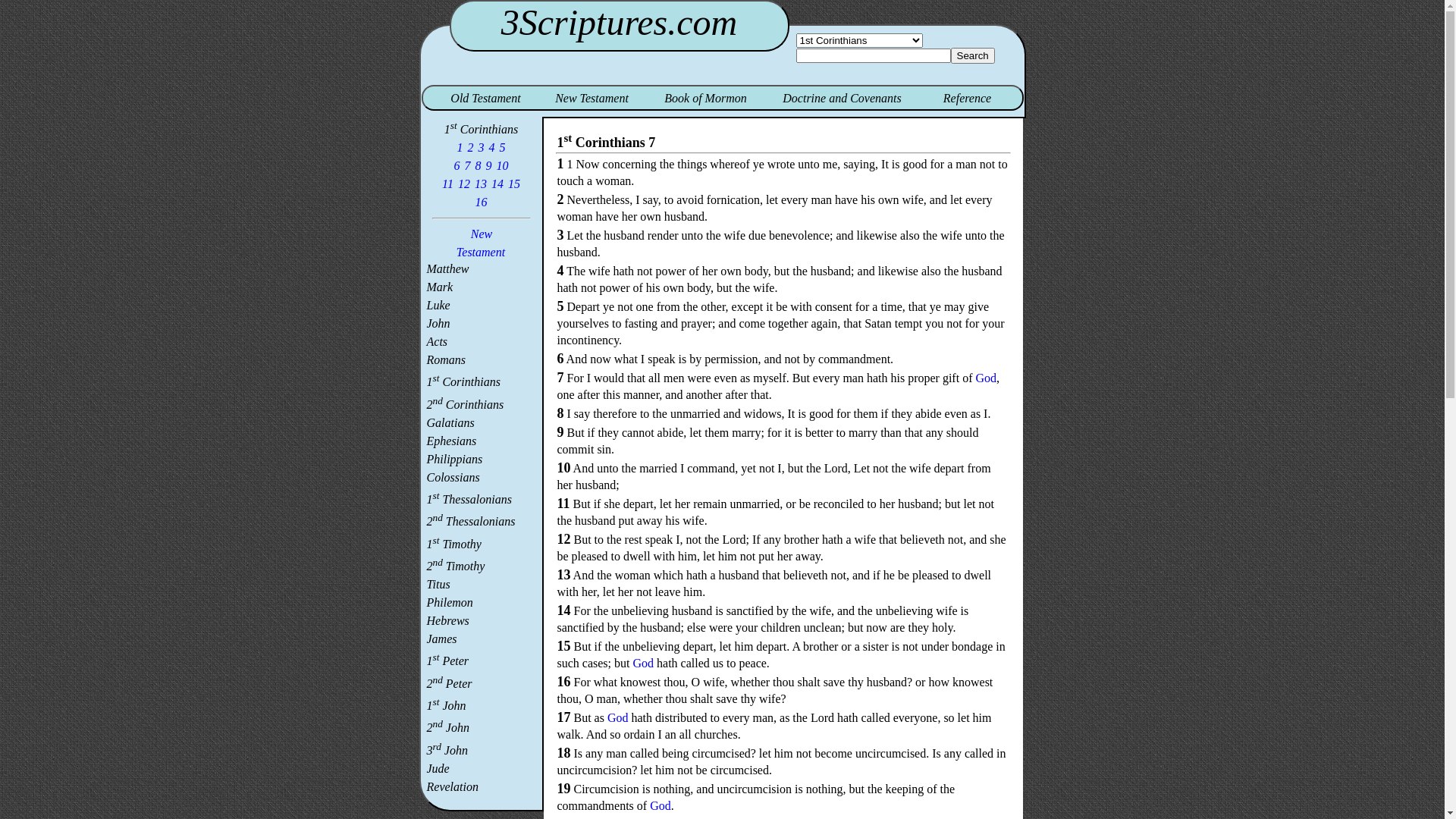 The width and height of the screenshot is (1456, 819). Describe the element at coordinates (513, 183) in the screenshot. I see `'15'` at that location.